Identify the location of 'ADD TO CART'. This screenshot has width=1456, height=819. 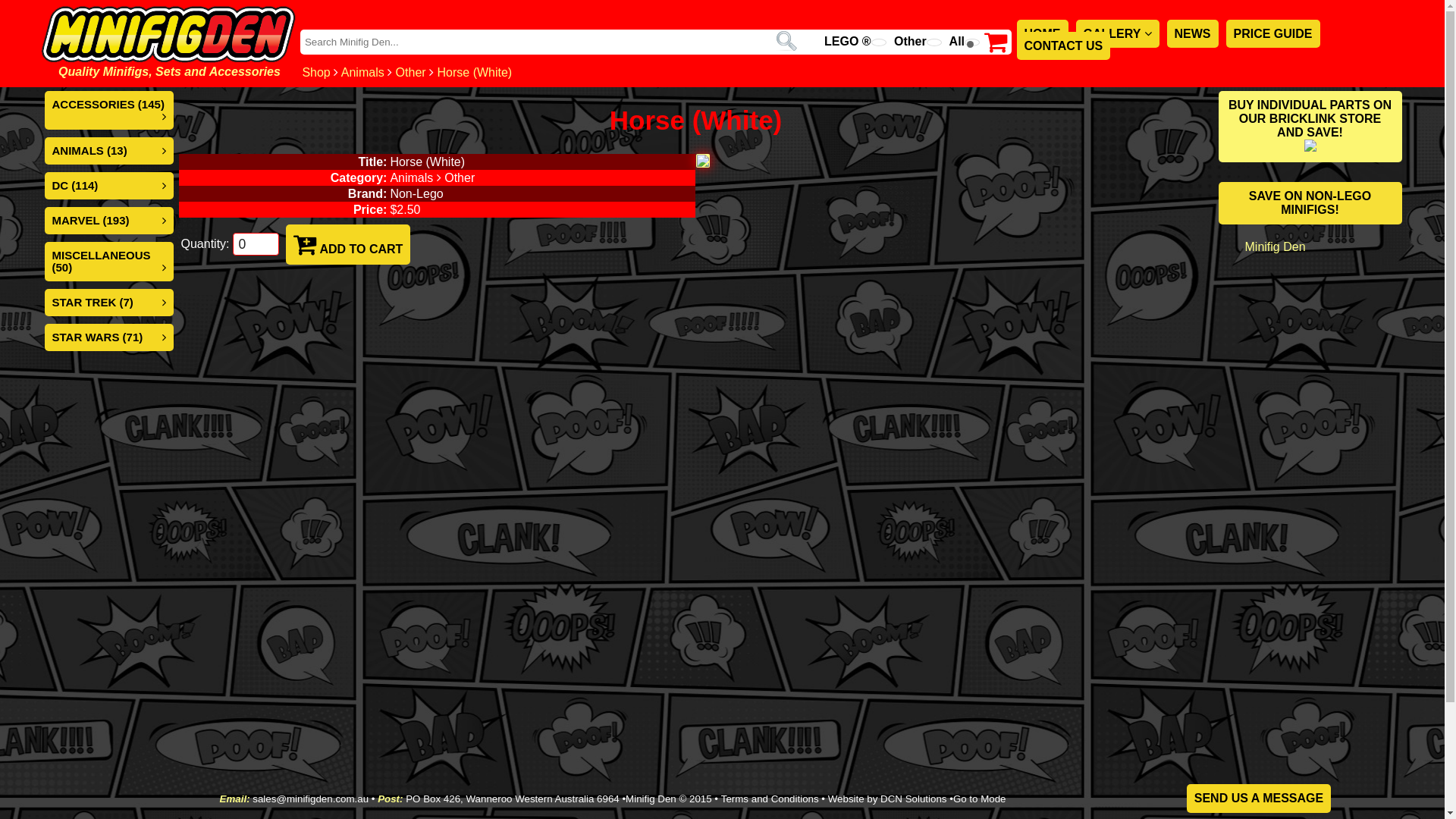
(347, 243).